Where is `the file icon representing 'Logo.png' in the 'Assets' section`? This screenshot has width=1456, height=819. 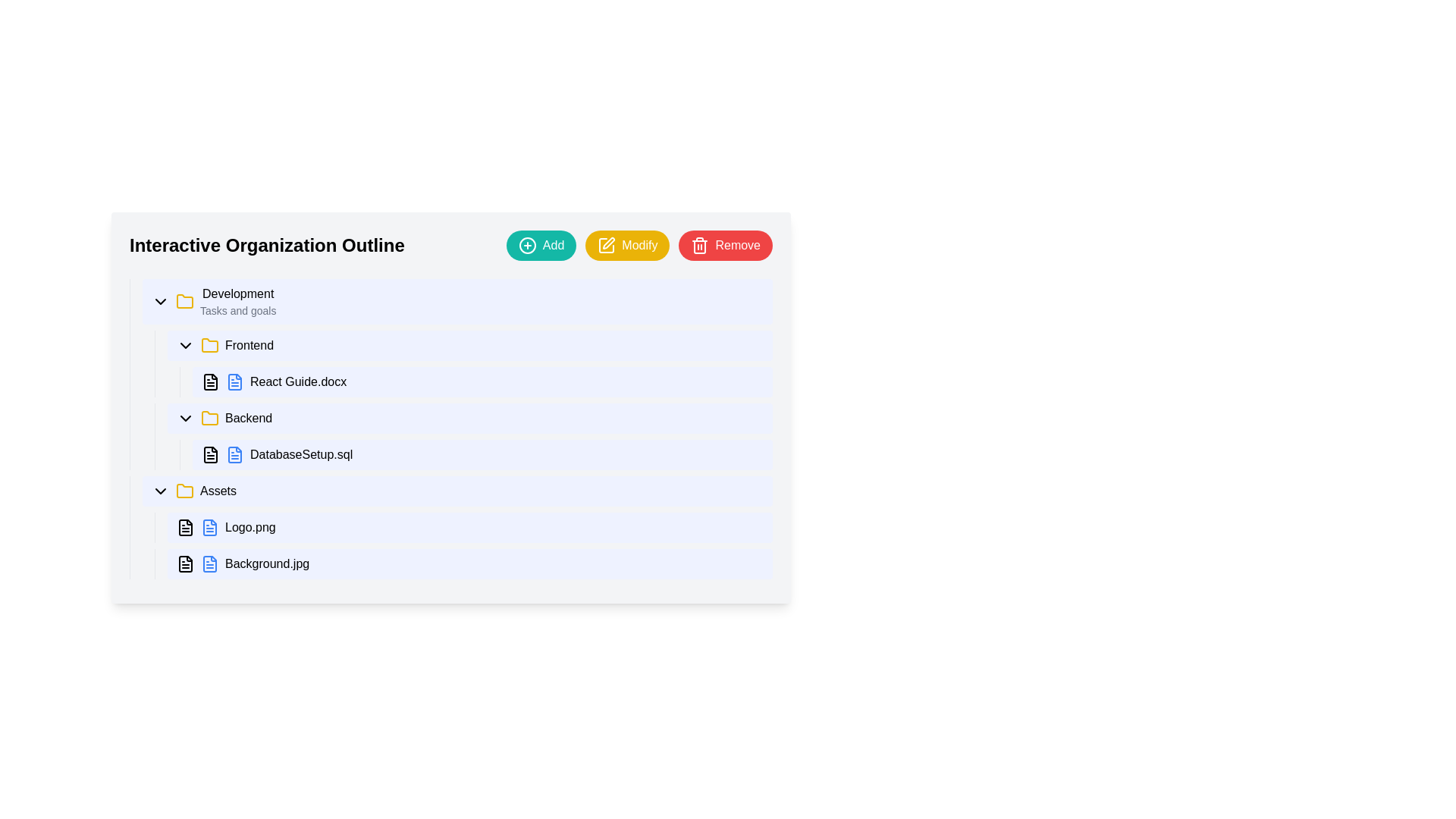 the file icon representing 'Logo.png' in the 'Assets' section is located at coordinates (234, 381).